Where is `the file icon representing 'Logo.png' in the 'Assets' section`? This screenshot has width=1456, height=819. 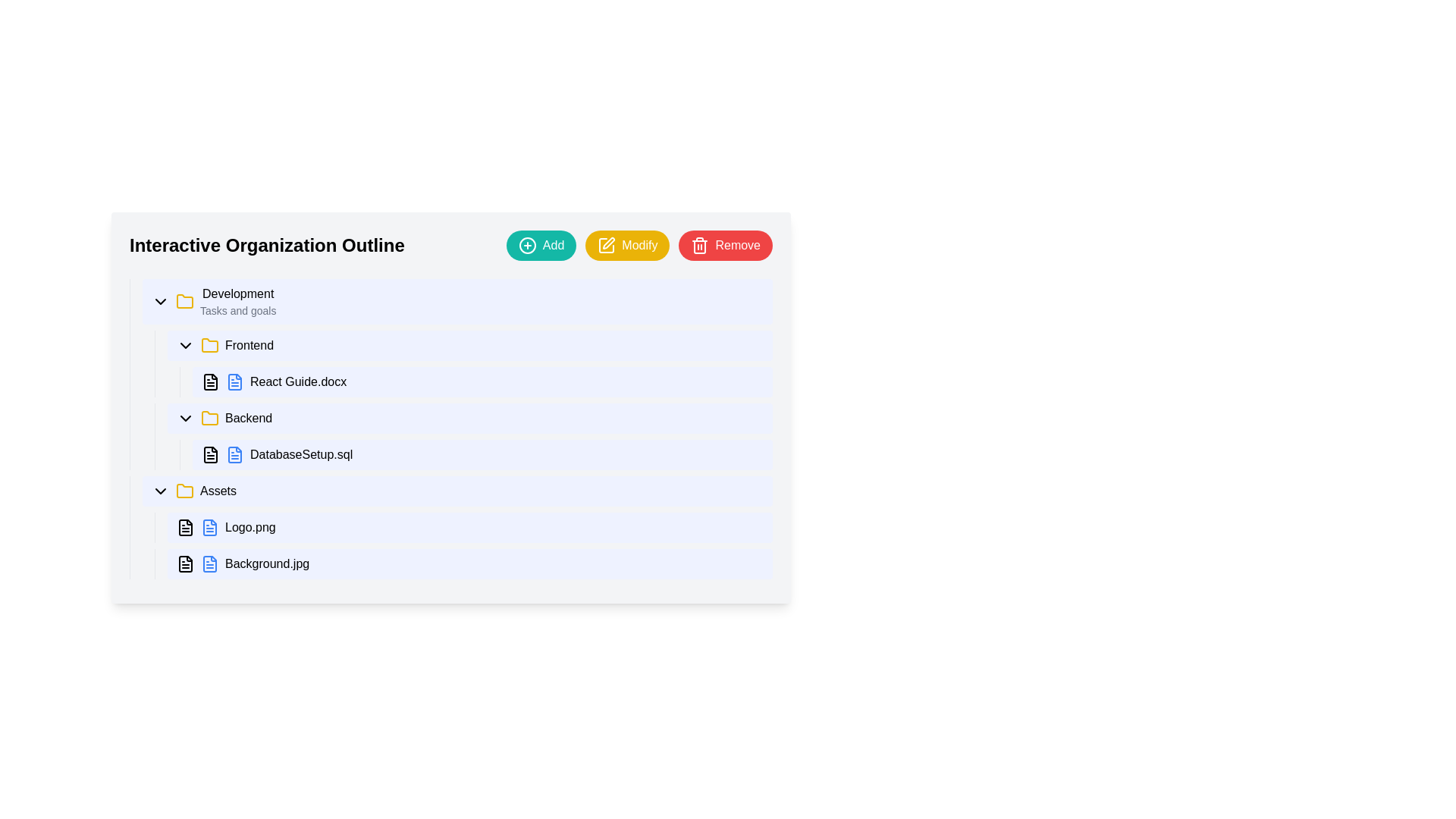 the file icon representing 'Logo.png' in the 'Assets' section is located at coordinates (234, 381).